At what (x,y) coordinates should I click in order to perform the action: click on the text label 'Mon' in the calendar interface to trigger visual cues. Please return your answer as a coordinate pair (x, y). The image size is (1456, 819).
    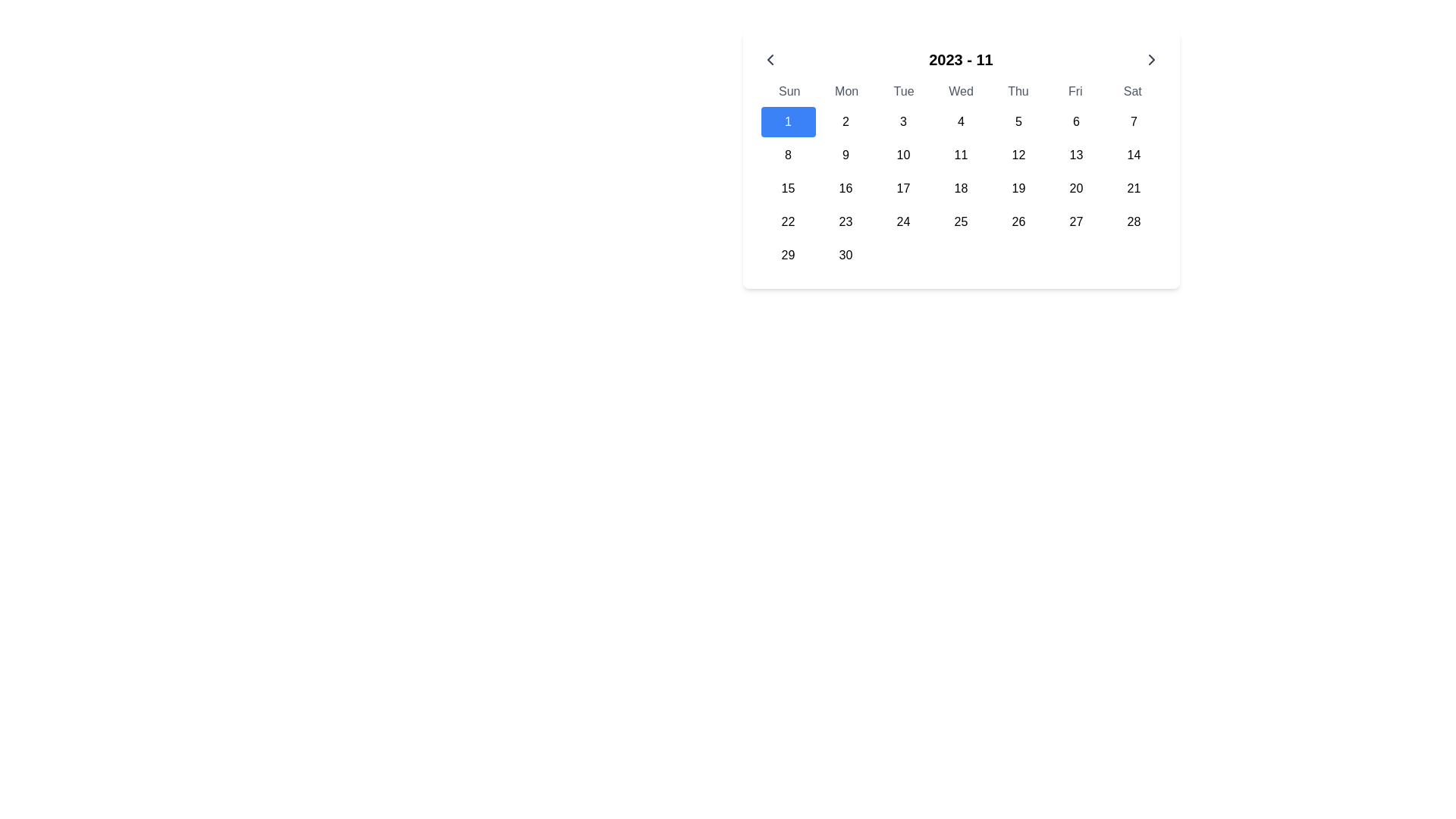
    Looking at the image, I should click on (846, 91).